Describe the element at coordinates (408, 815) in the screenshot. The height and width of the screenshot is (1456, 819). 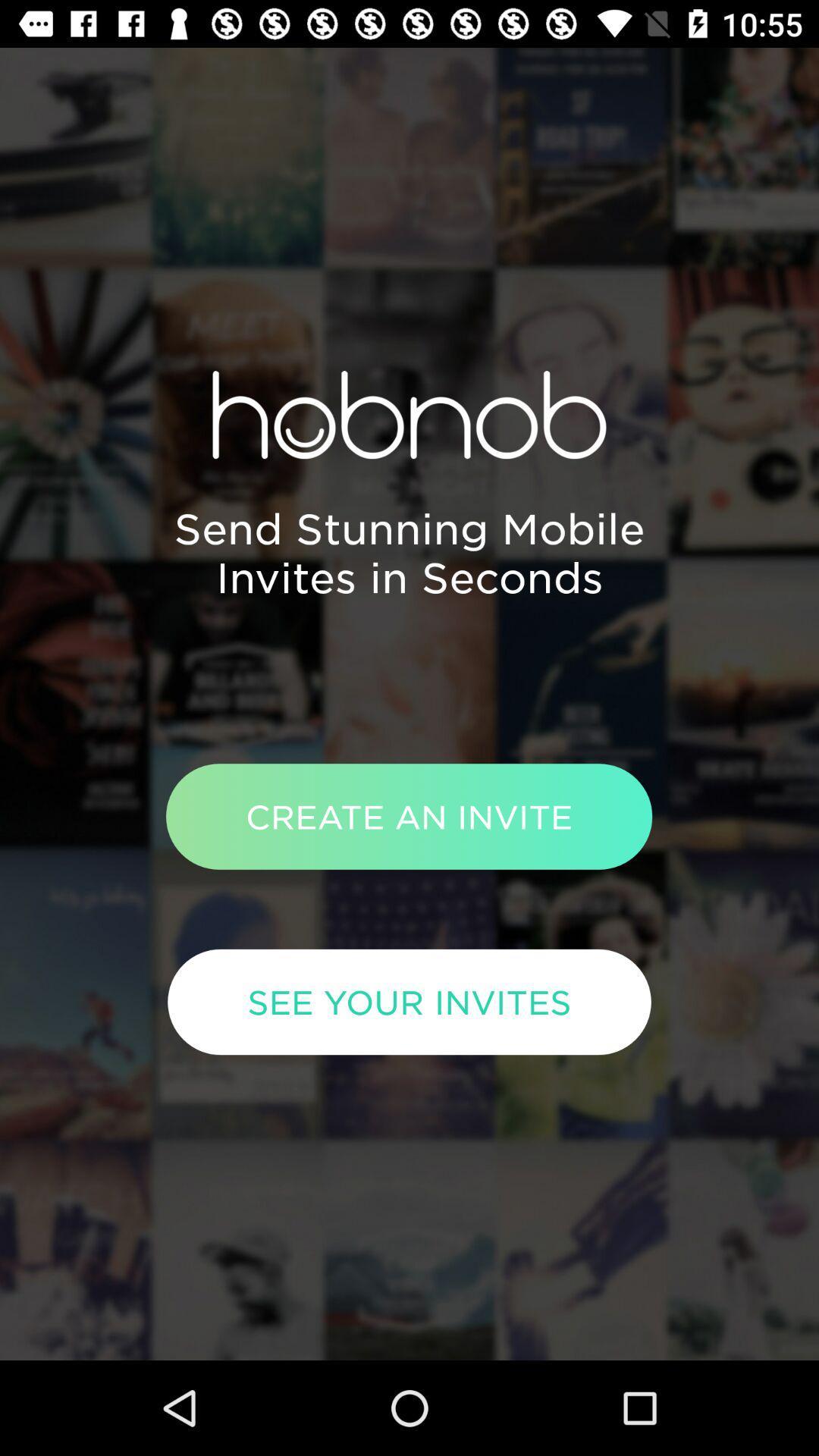
I see `item above the see your invites icon` at that location.